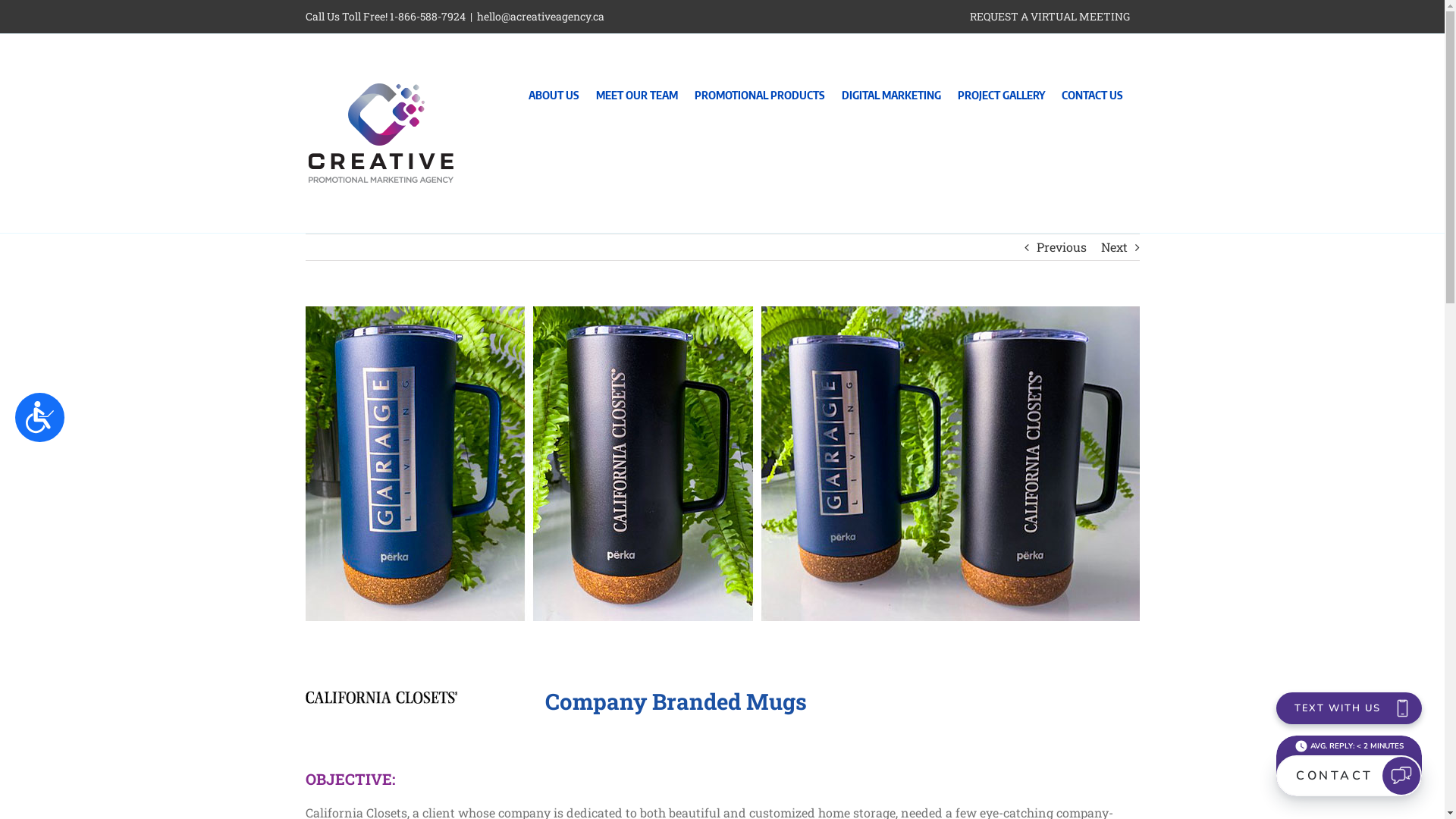 The height and width of the screenshot is (819, 1456). Describe the element at coordinates (539, 16) in the screenshot. I see `'hello@acreativeagency.ca'` at that location.